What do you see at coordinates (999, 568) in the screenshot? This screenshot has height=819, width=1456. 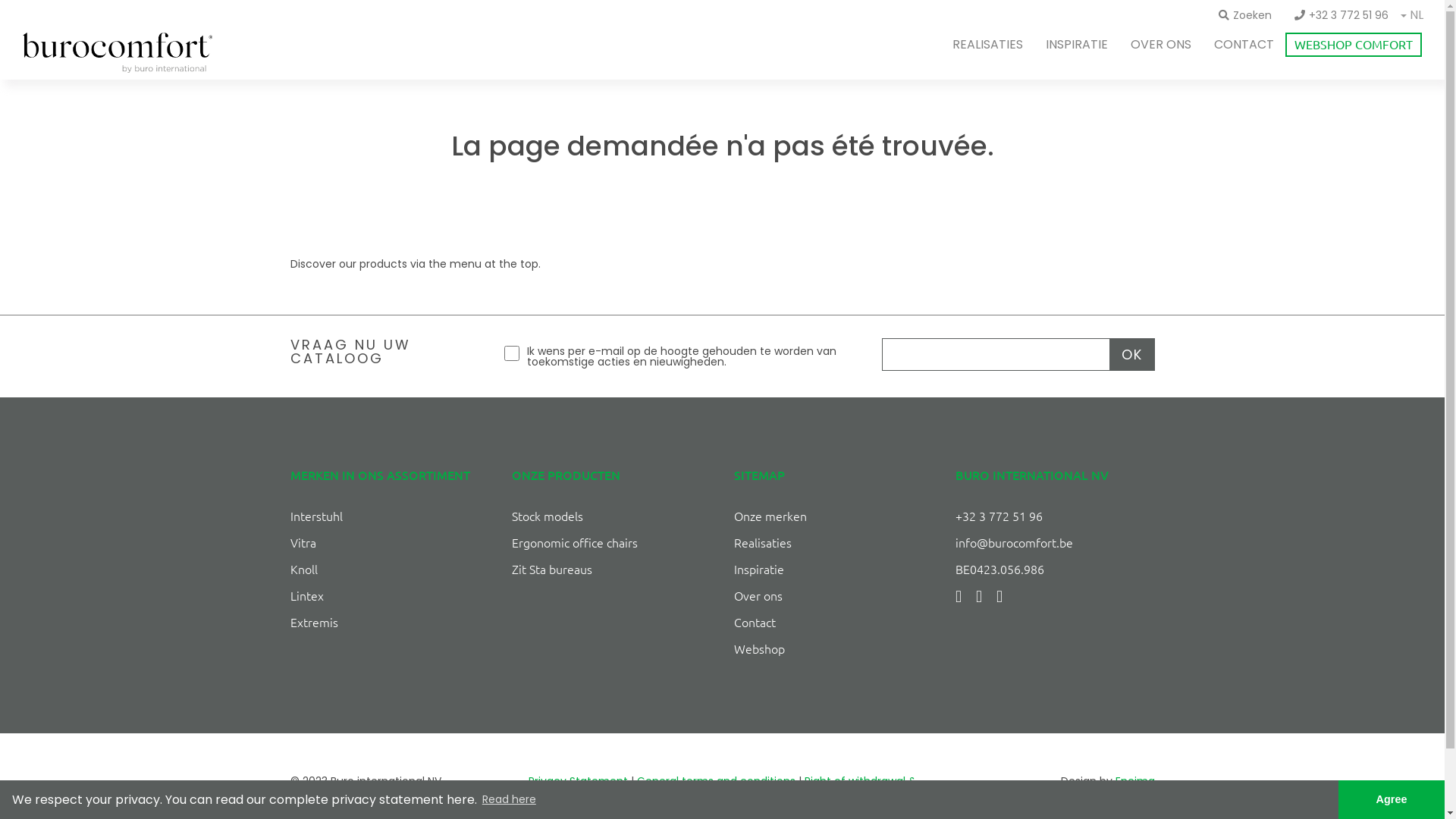 I see `'BE0423.056.986'` at bounding box center [999, 568].